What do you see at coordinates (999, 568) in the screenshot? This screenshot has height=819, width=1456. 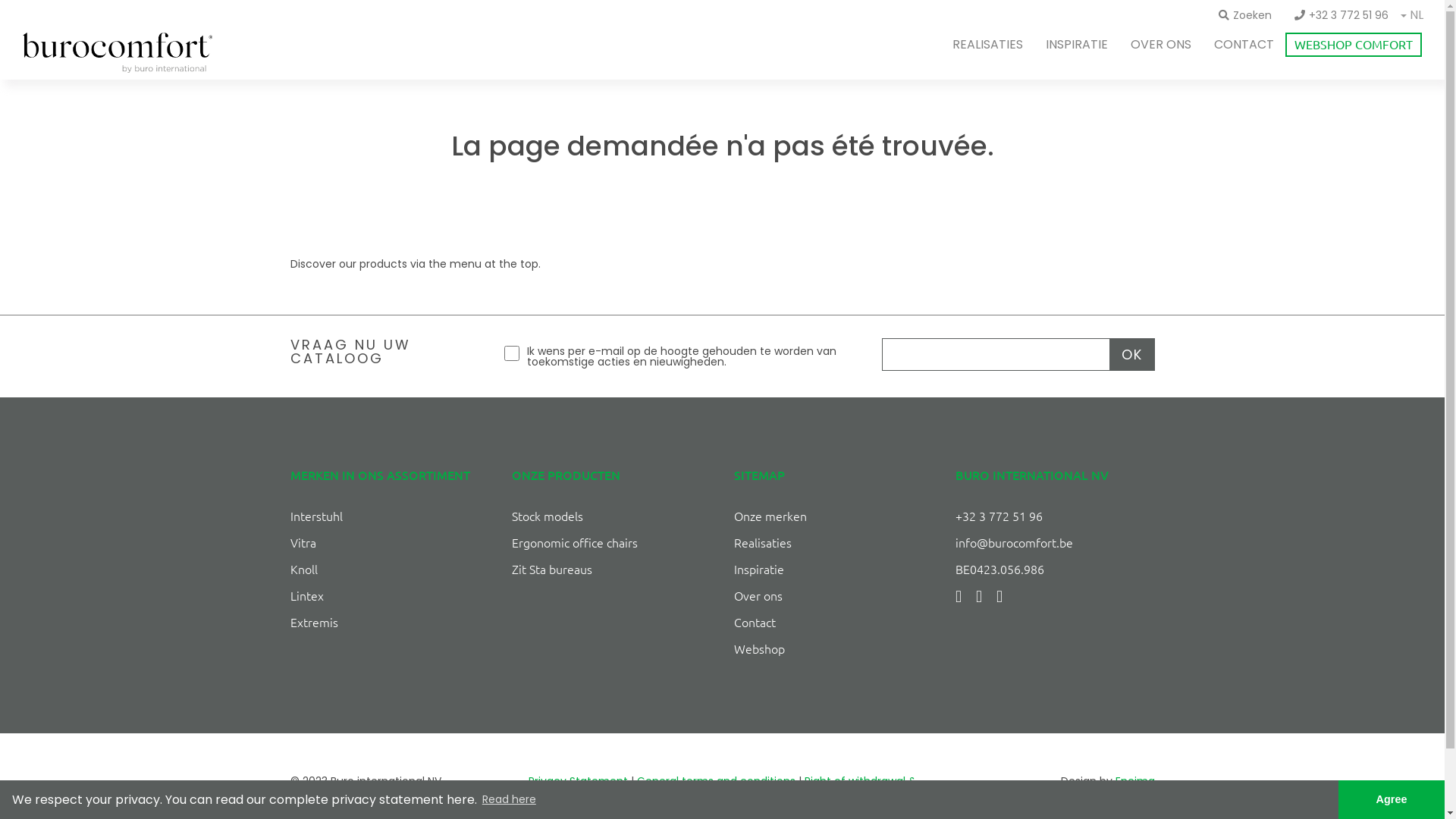 I see `'BE0423.056.986'` at bounding box center [999, 568].